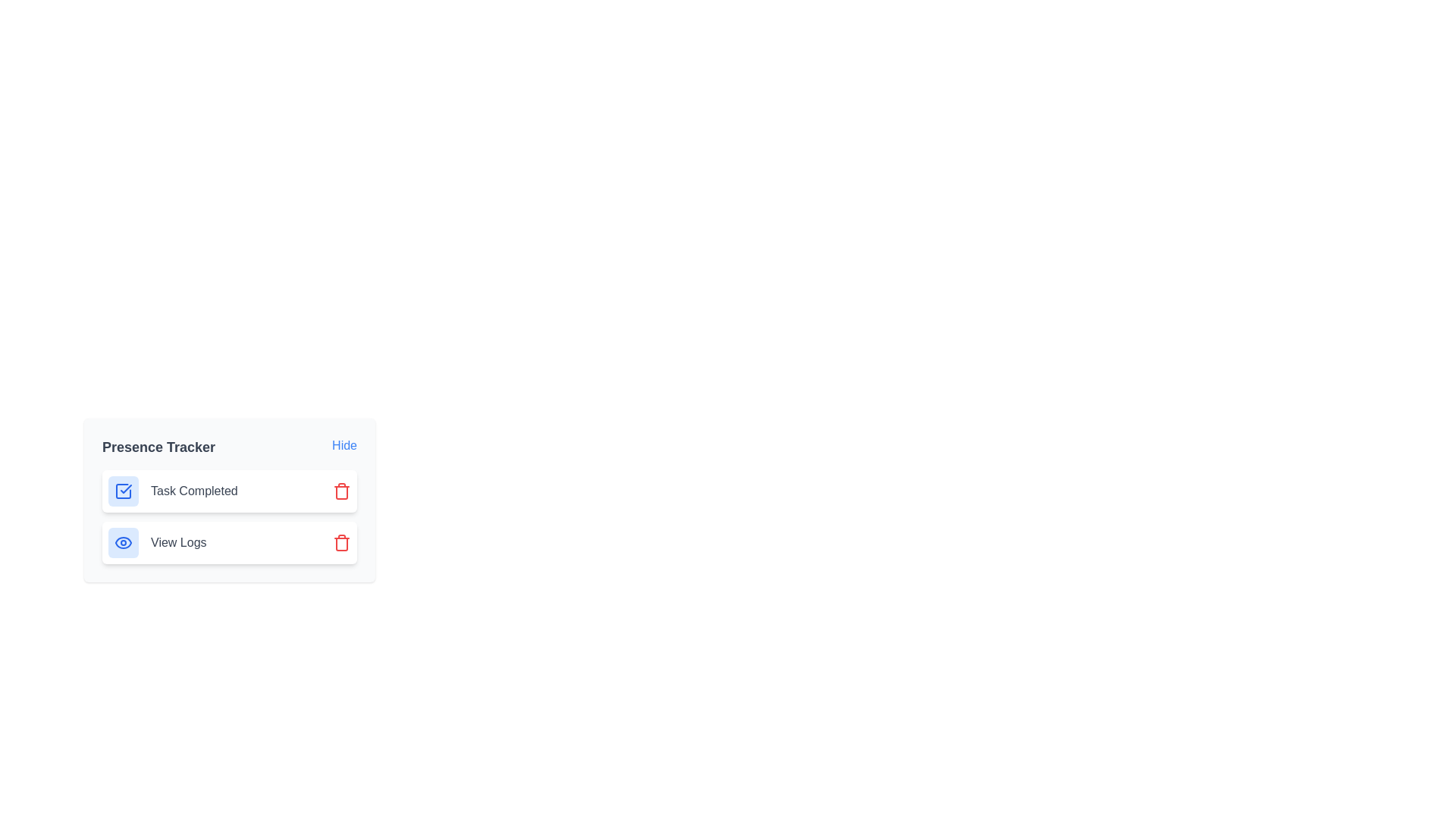 This screenshot has width=1456, height=819. I want to click on the interactive text link located on the far-right of the 'Presence Tracker' section, so click(344, 444).